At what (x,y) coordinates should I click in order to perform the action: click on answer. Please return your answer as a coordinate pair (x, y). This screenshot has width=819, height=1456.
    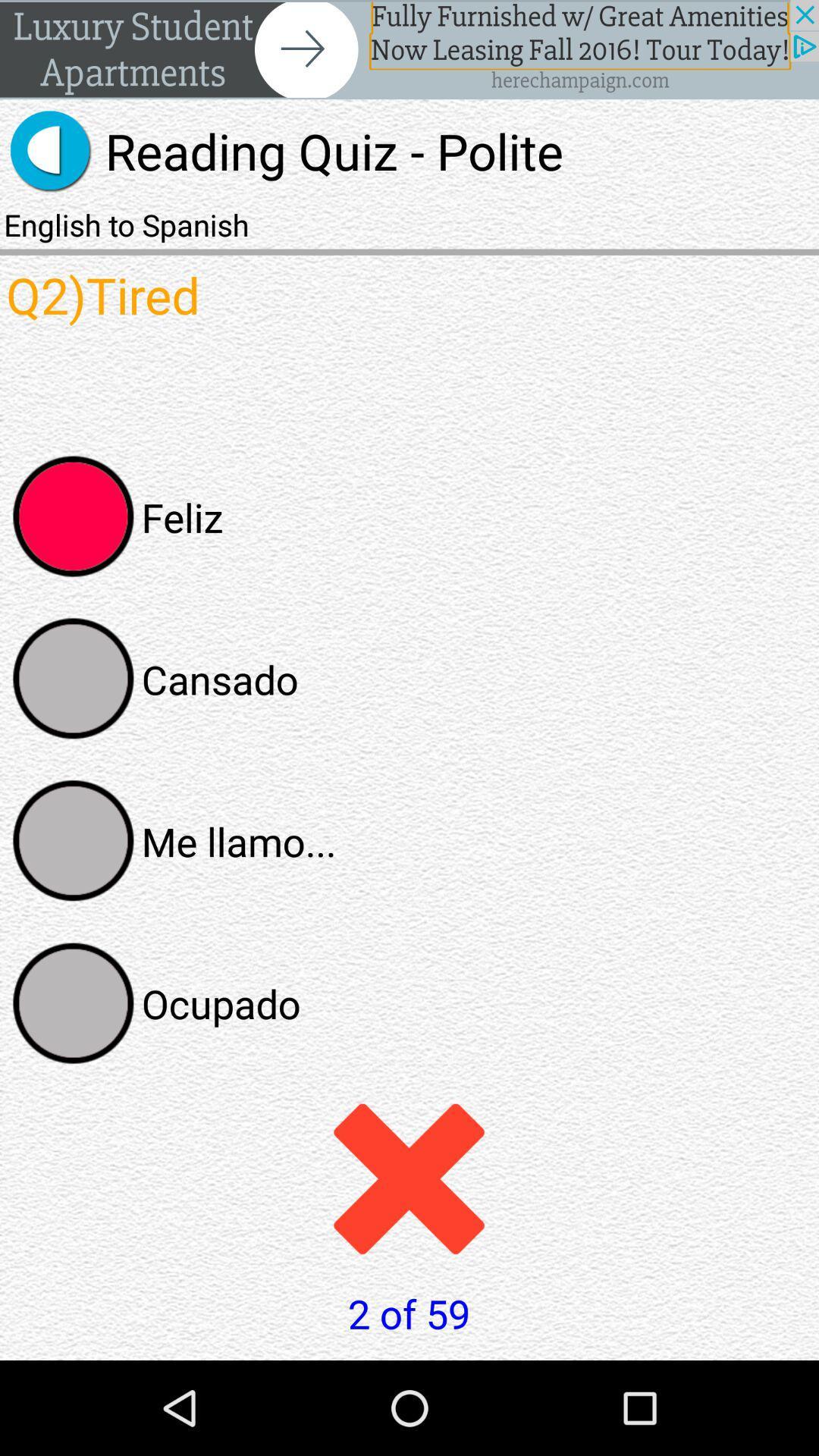
    Looking at the image, I should click on (74, 516).